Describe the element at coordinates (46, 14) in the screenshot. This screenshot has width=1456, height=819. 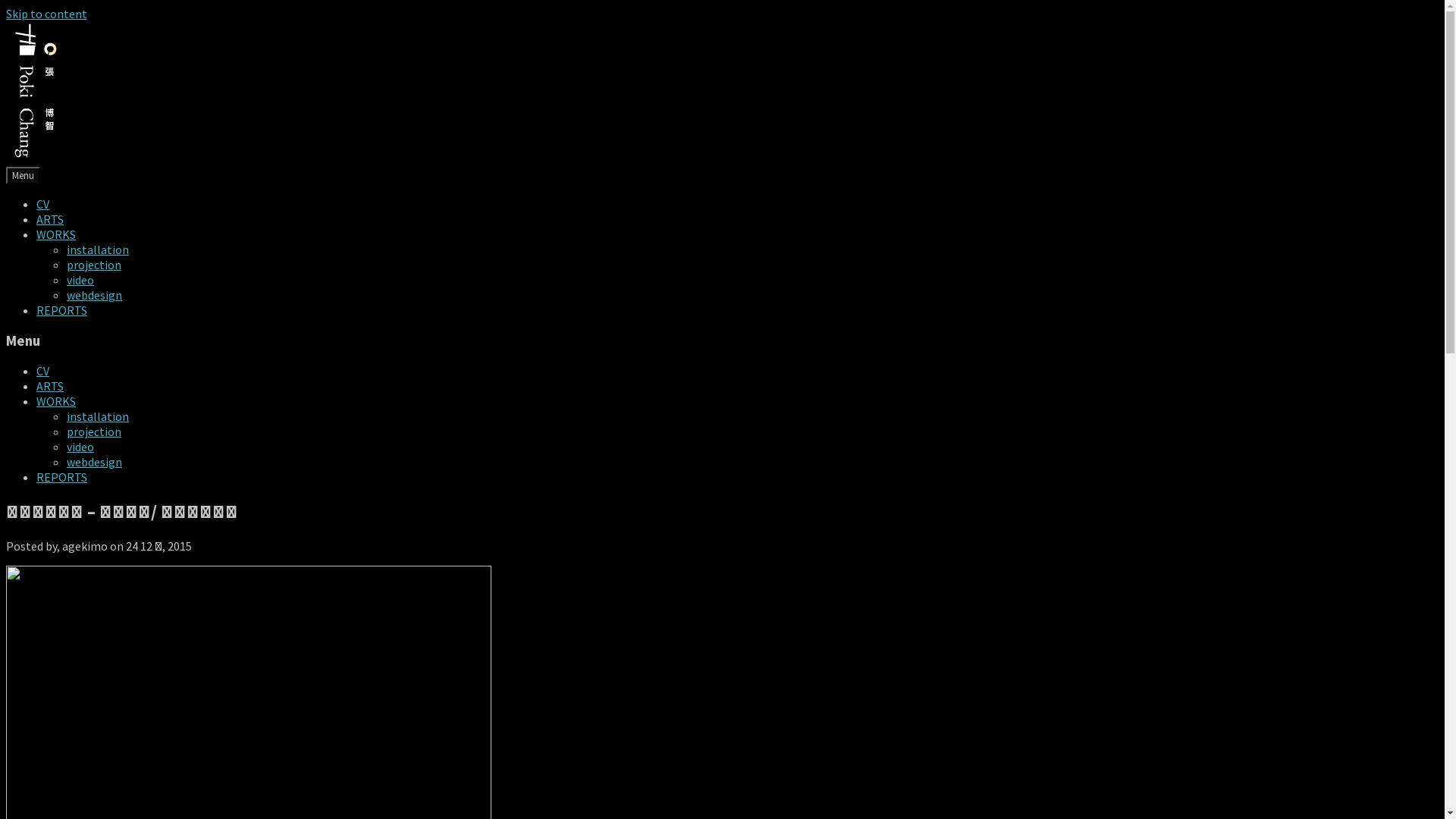
I see `'Skip to content'` at that location.